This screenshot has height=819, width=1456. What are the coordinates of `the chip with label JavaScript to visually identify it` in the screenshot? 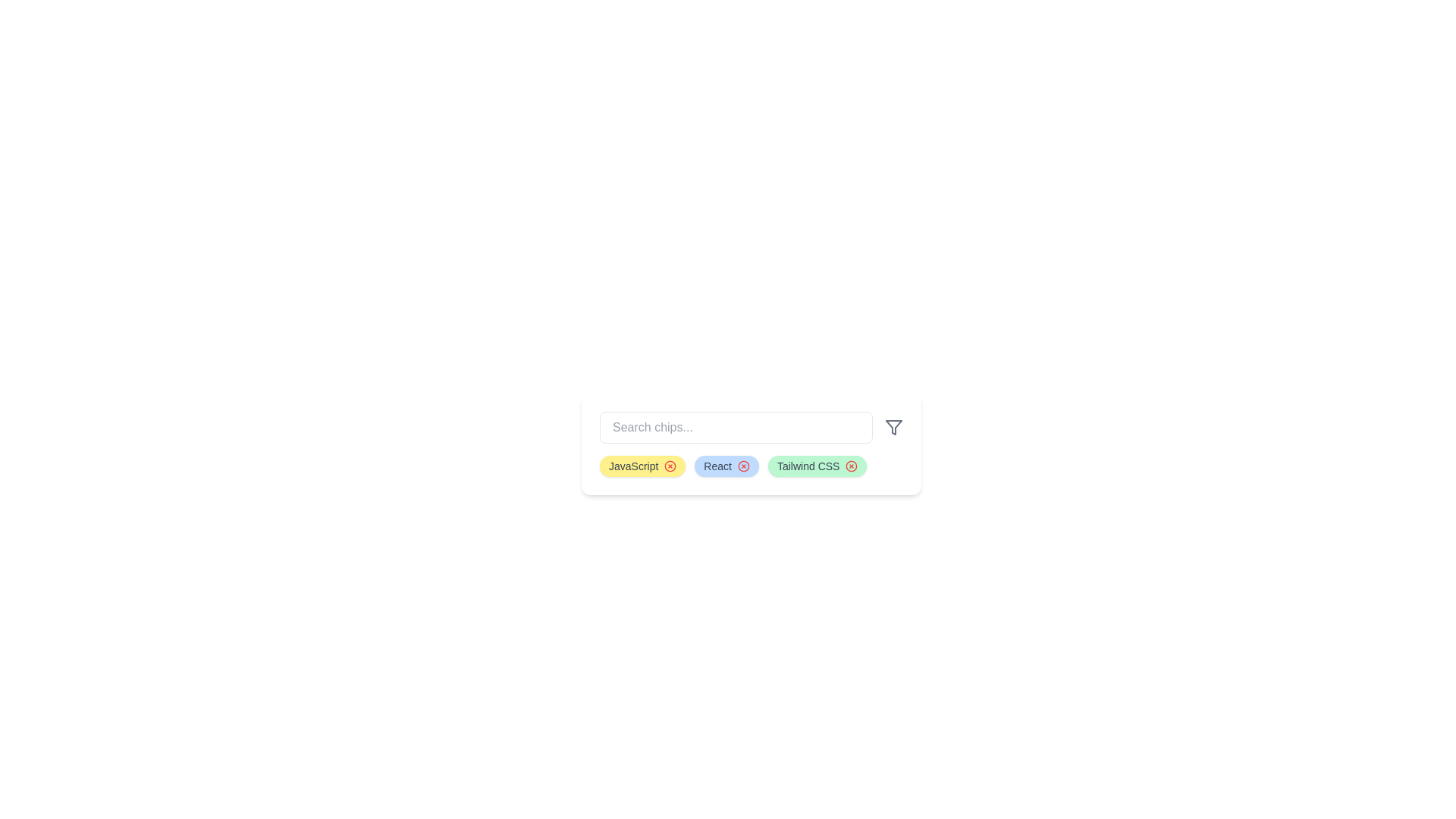 It's located at (642, 465).